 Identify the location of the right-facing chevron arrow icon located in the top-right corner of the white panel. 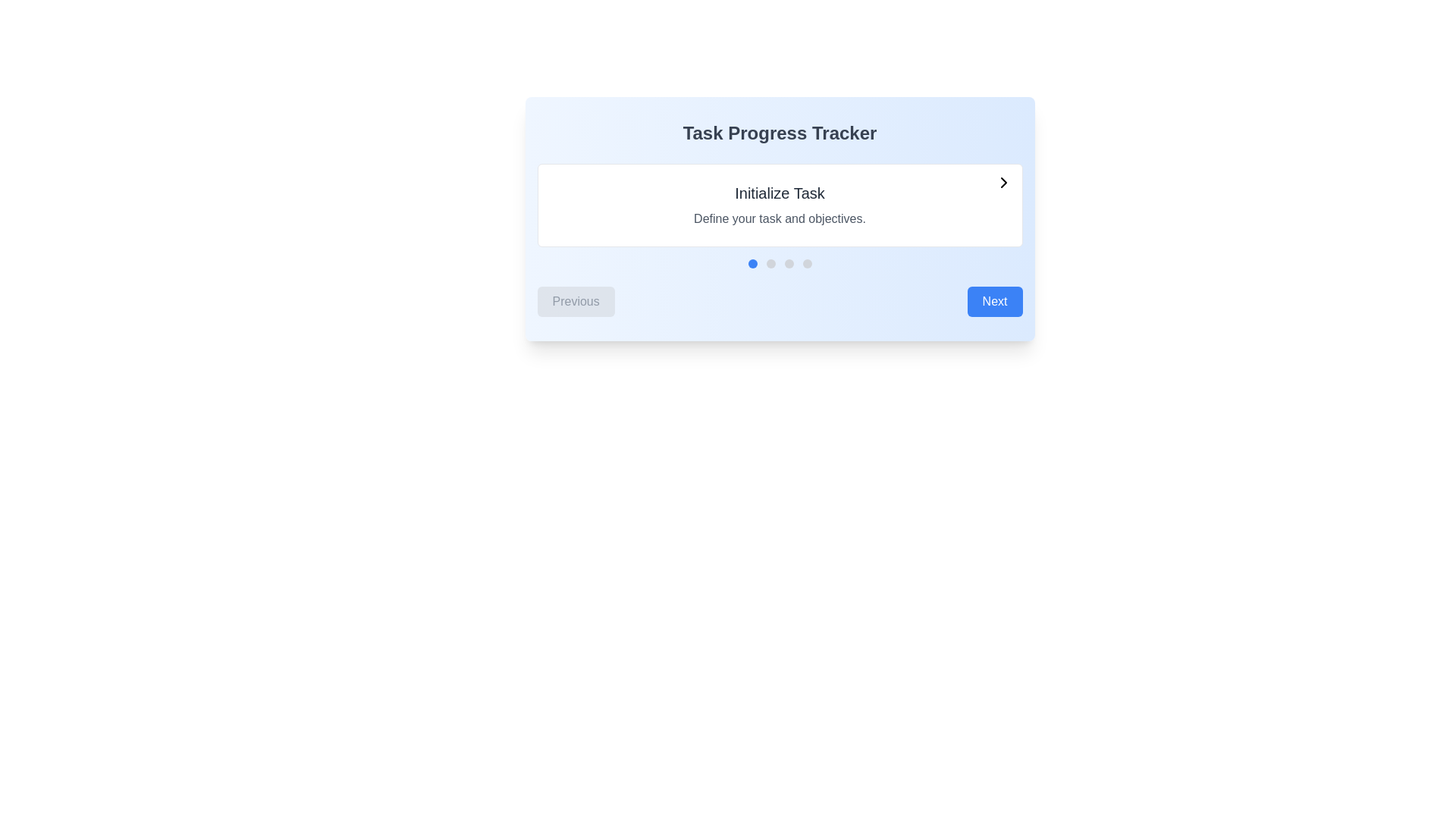
(1003, 181).